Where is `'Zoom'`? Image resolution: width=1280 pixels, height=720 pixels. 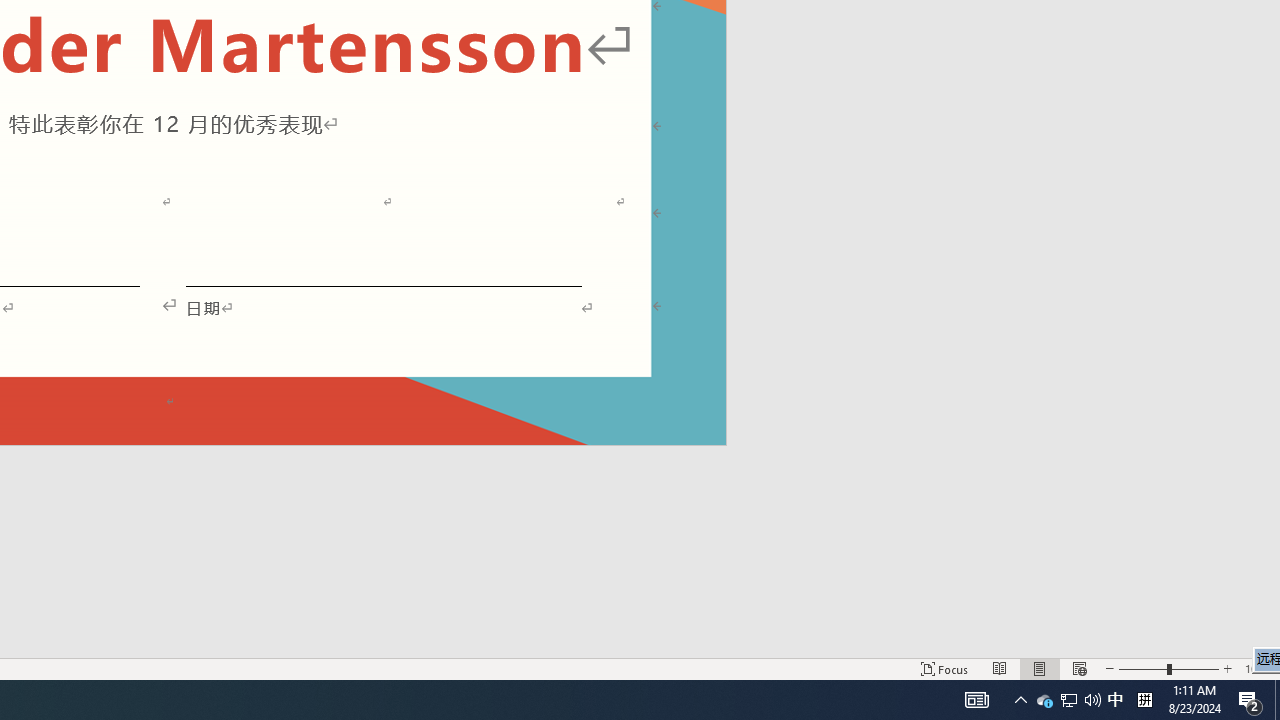 'Zoom' is located at coordinates (1168, 669).